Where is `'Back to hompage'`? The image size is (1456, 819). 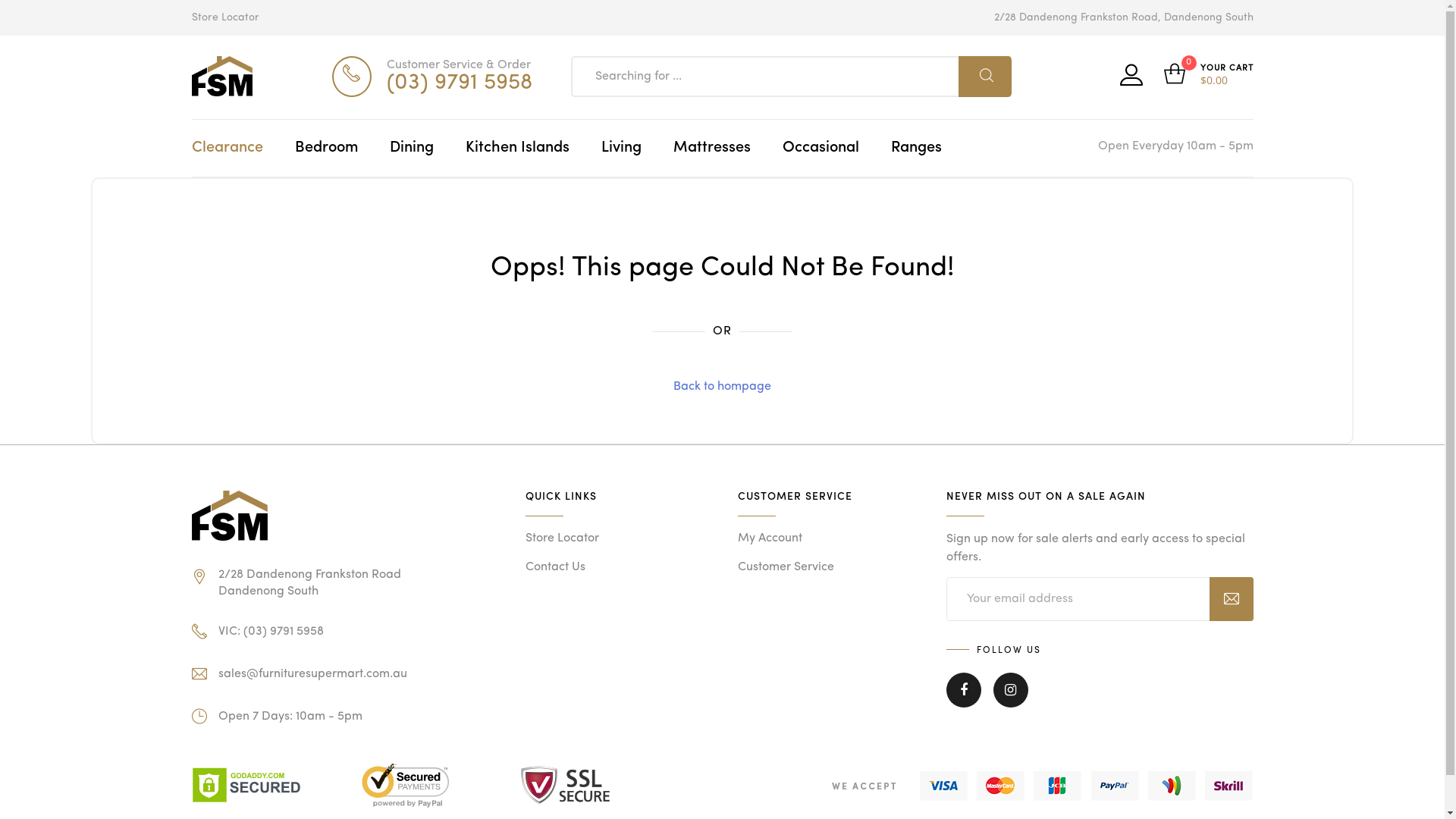 'Back to hompage' is located at coordinates (721, 386).